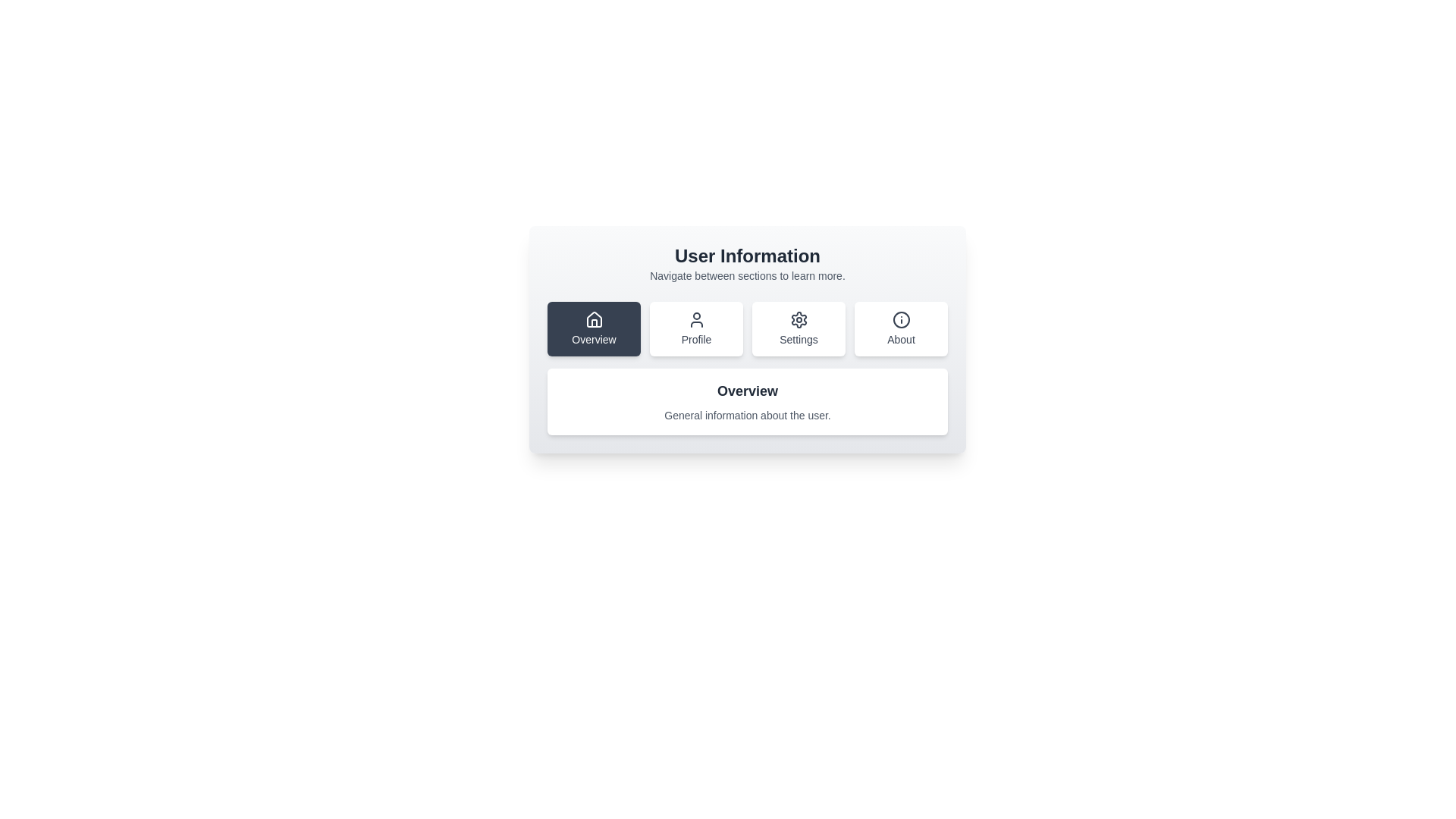  I want to click on the 'Settings' button, the third button in the horizontal row under 'User Information', for accessibility navigation, so click(798, 328).